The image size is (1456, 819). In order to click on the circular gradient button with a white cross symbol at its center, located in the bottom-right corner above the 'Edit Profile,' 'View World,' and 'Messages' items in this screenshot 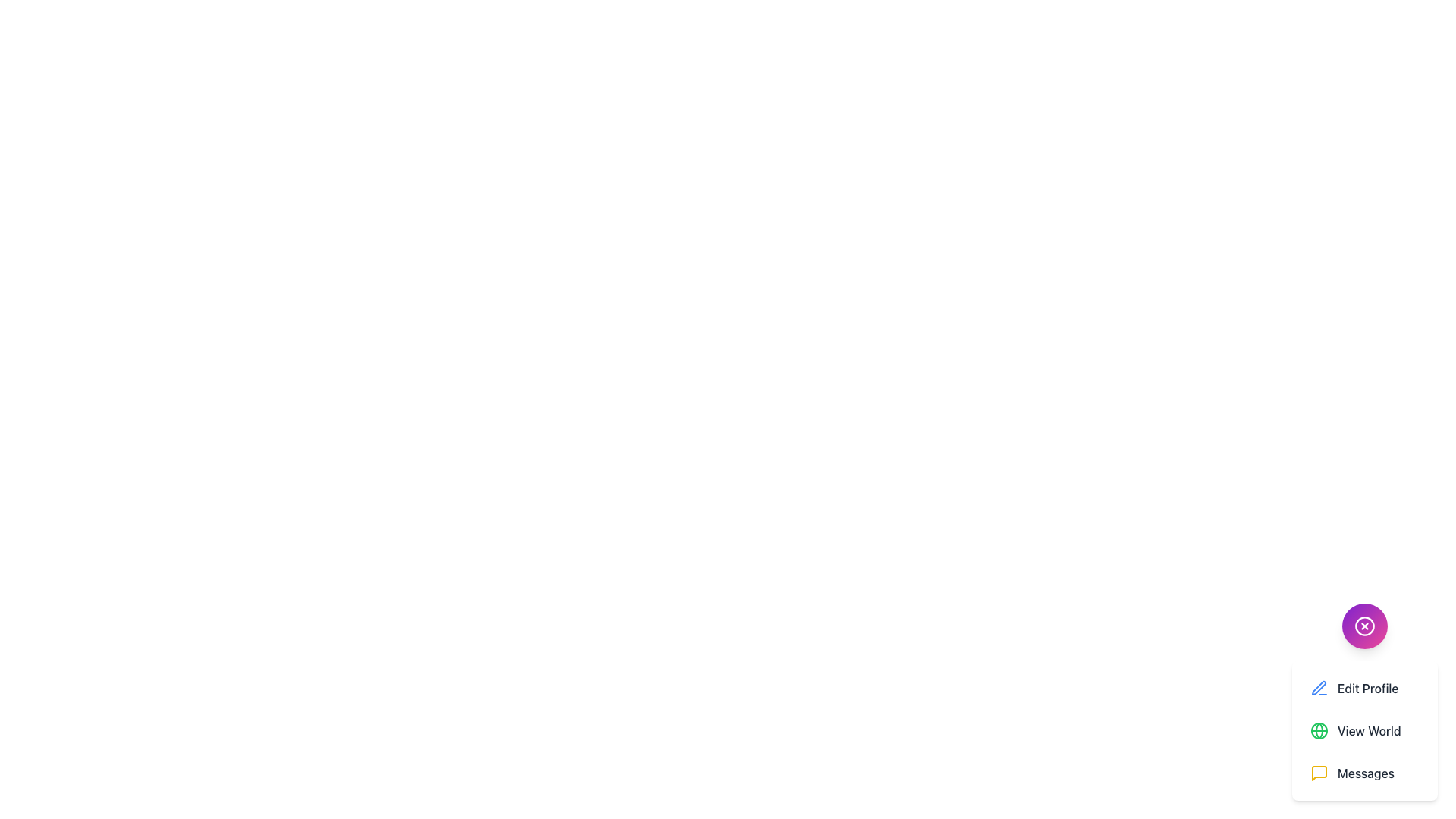, I will do `click(1365, 626)`.